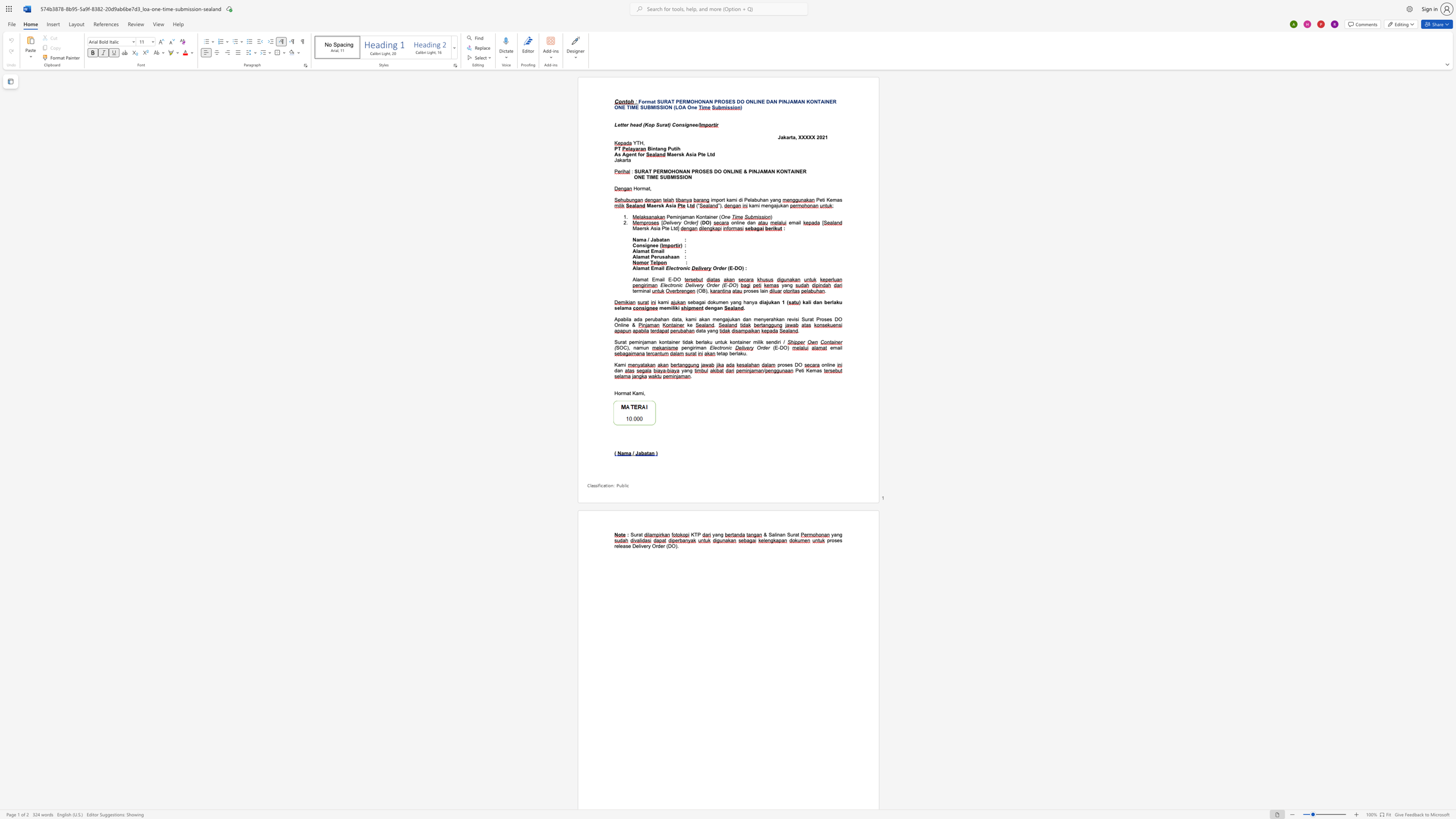  What do you see at coordinates (795, 370) in the screenshot?
I see `the subset text "Pe" within the text "Peti Kemas"` at bounding box center [795, 370].